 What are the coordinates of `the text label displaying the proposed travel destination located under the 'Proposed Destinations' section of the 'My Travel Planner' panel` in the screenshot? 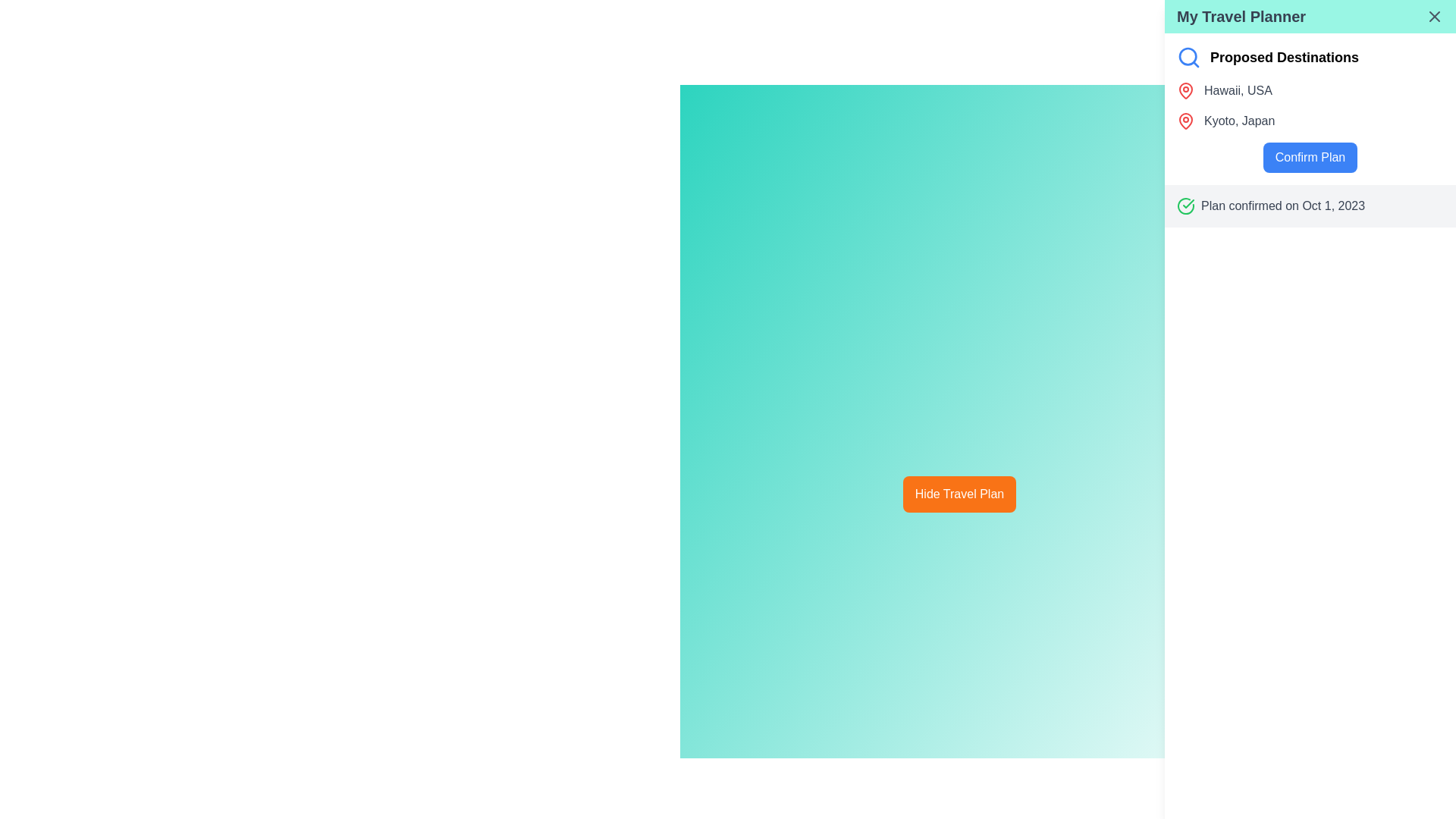 It's located at (1239, 120).